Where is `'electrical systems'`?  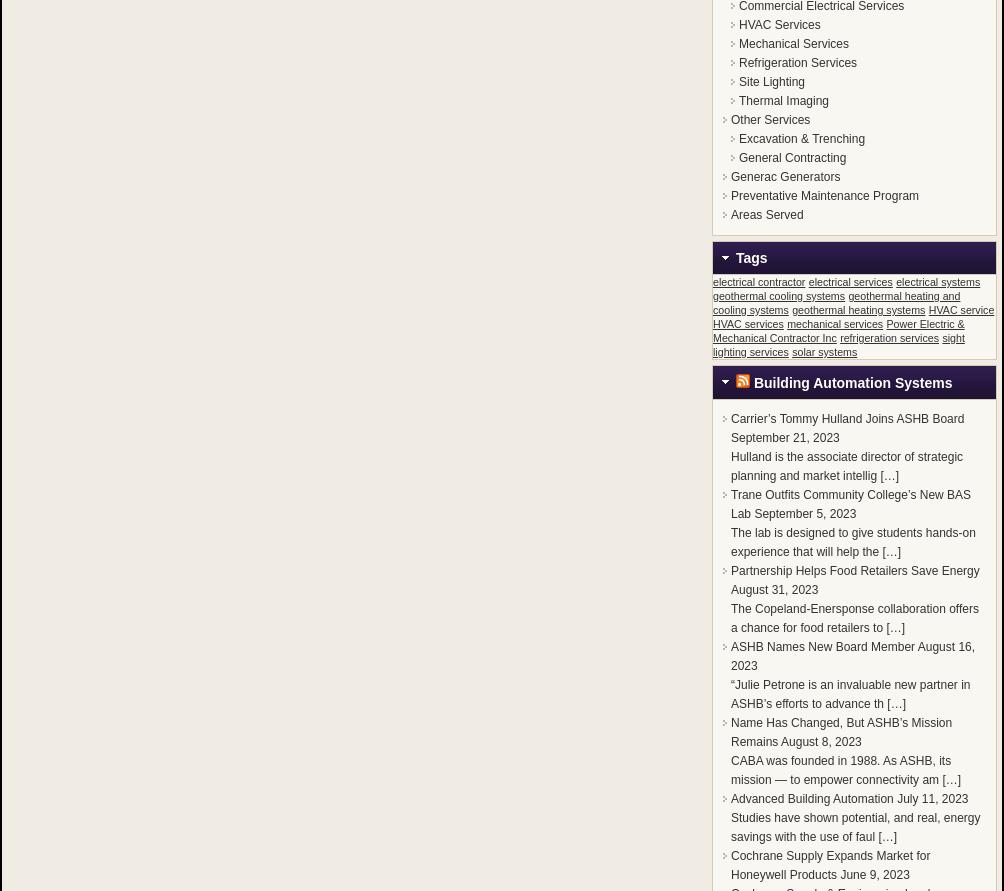 'electrical systems' is located at coordinates (894, 281).